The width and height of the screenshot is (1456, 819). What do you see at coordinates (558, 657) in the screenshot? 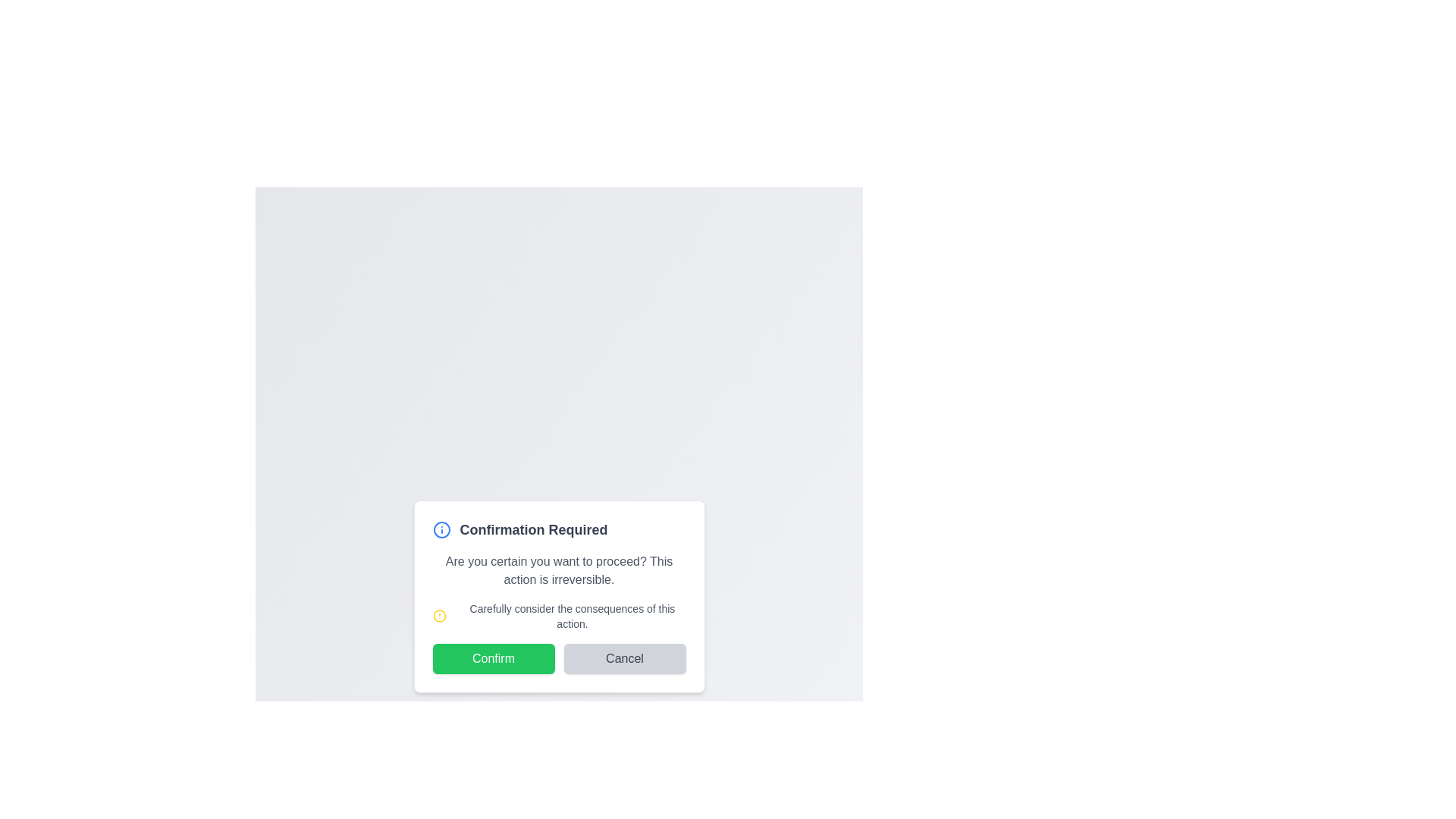
I see `the 'Confirm' button in the Button Group located at the bottom of the confirmation dialog box` at bounding box center [558, 657].